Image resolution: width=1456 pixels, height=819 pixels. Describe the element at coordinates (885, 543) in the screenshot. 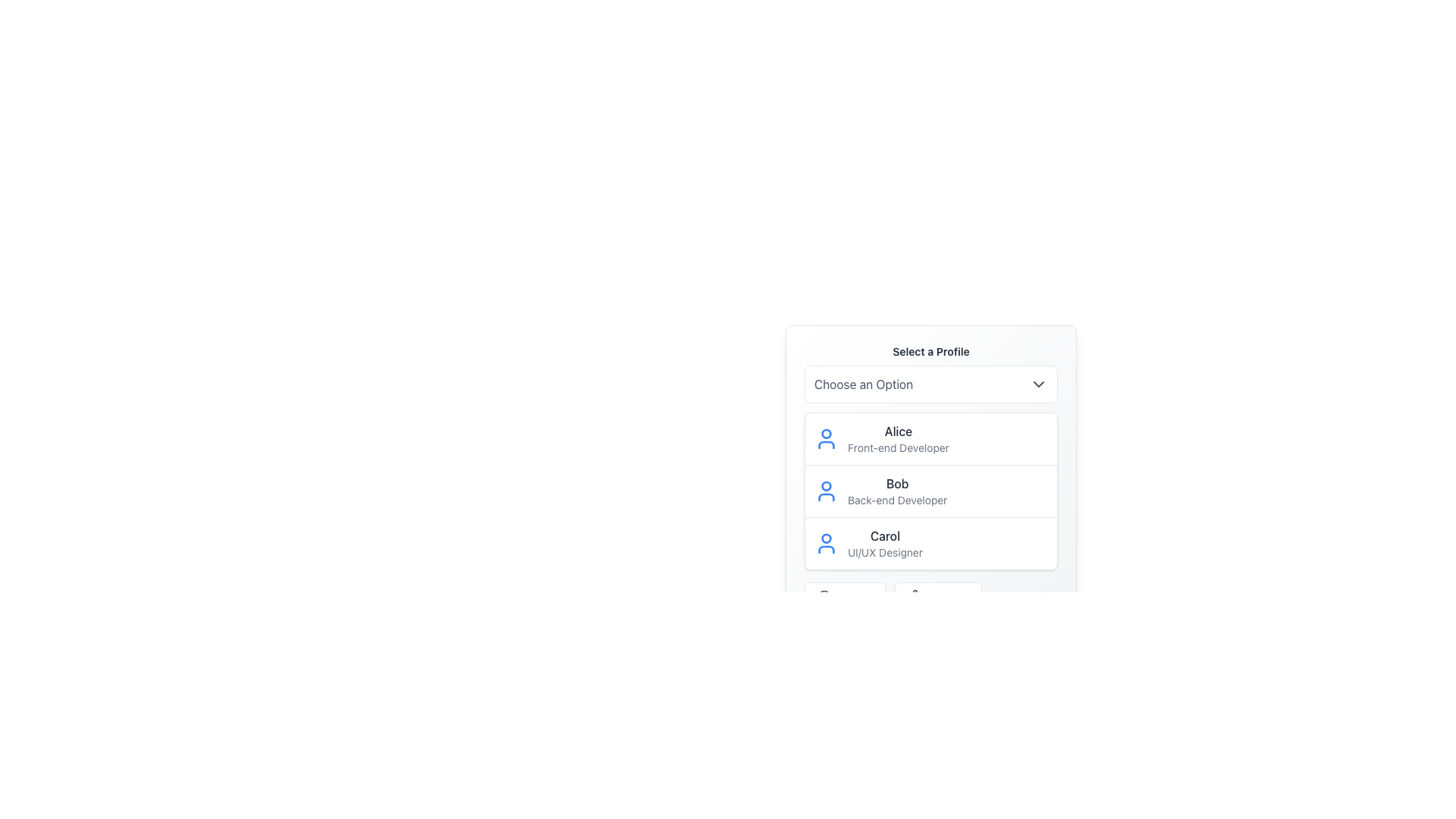

I see `the text element displaying the name and role of a user ('Carol UI/UX Designer') located in the third user profile card` at that location.